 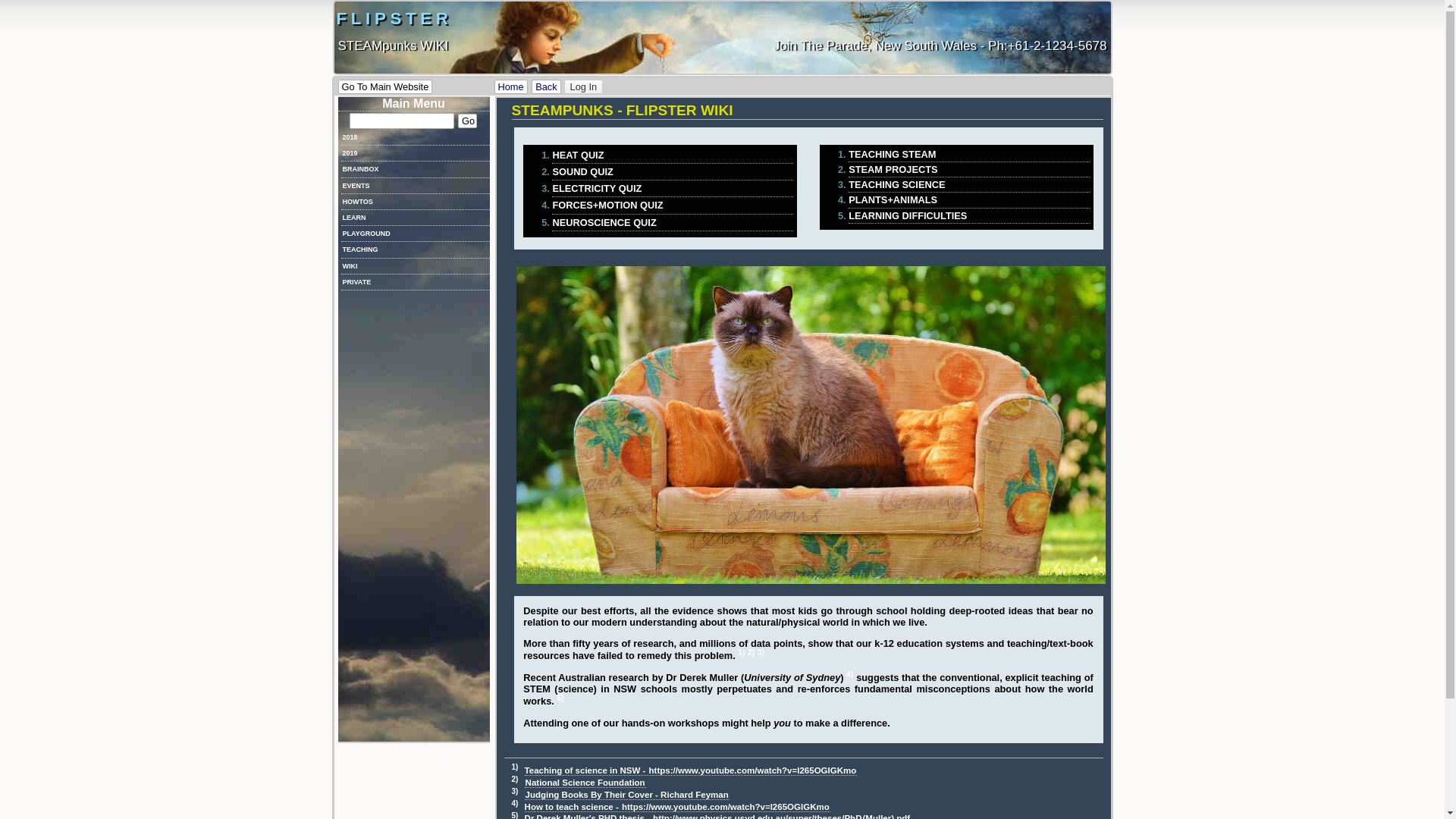 I want to click on 'Back', so click(x=546, y=86).